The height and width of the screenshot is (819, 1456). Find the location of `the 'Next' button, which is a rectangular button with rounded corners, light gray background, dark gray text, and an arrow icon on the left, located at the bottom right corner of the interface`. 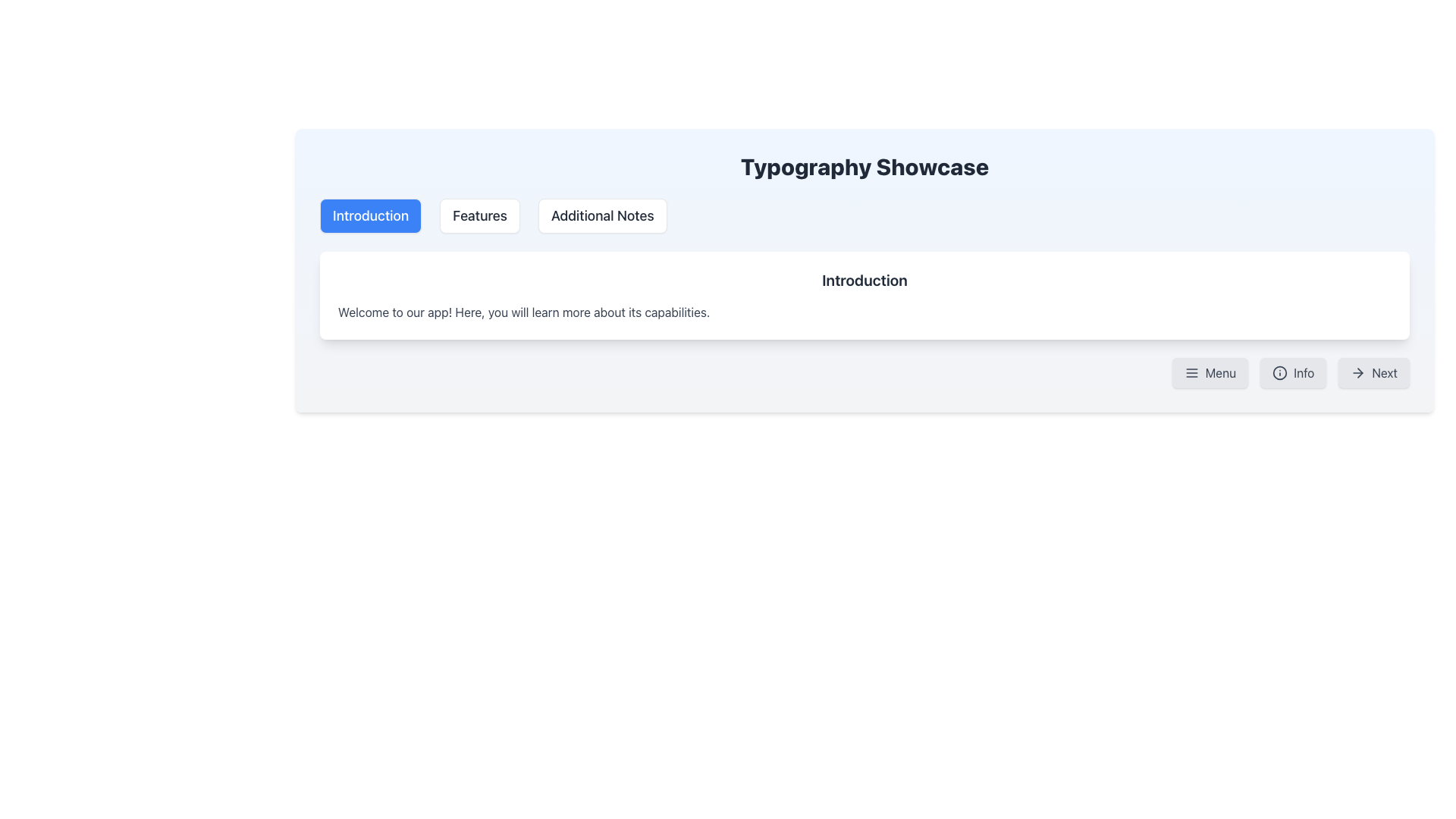

the 'Next' button, which is a rectangular button with rounded corners, light gray background, dark gray text, and an arrow icon on the left, located at the bottom right corner of the interface is located at coordinates (1374, 373).